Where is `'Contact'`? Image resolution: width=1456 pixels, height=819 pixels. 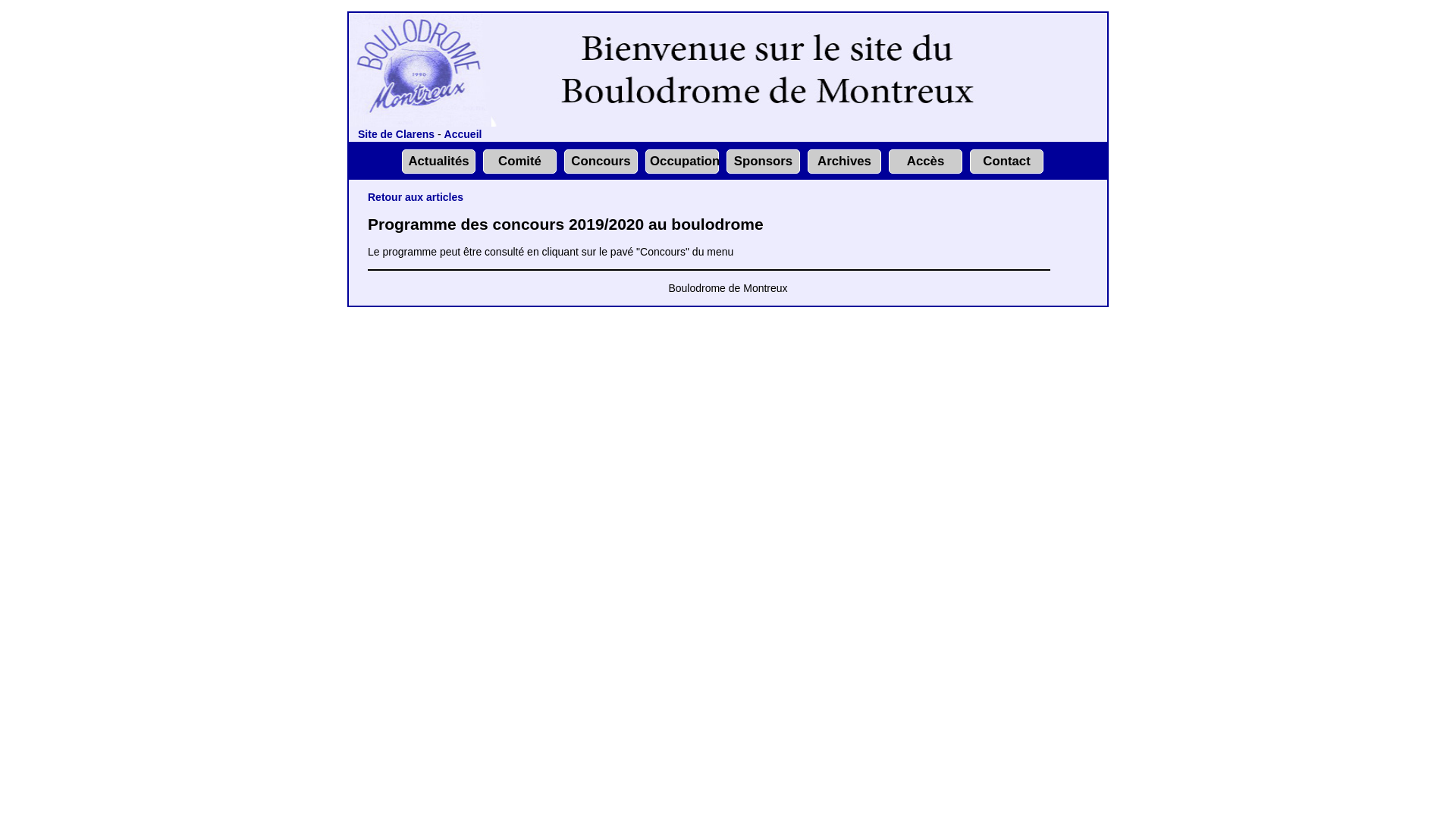 'Contact' is located at coordinates (983, 161).